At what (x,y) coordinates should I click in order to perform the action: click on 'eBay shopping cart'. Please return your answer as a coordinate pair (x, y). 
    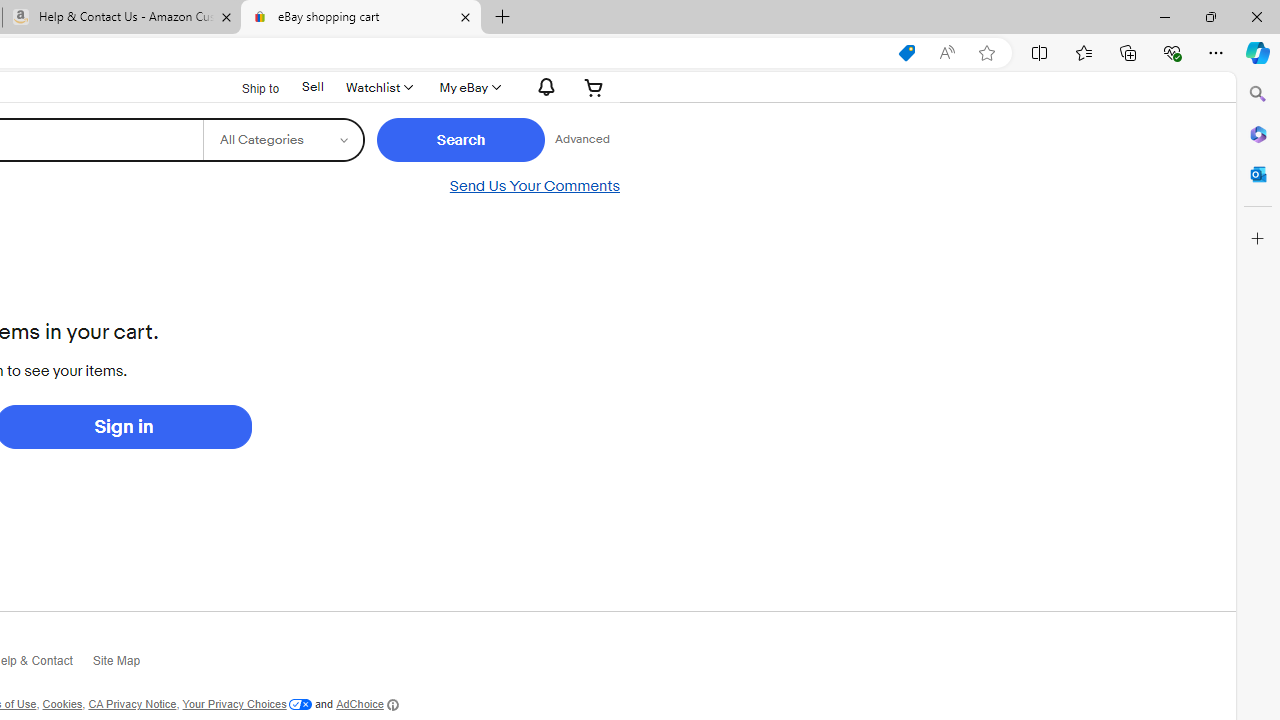
    Looking at the image, I should click on (360, 17).